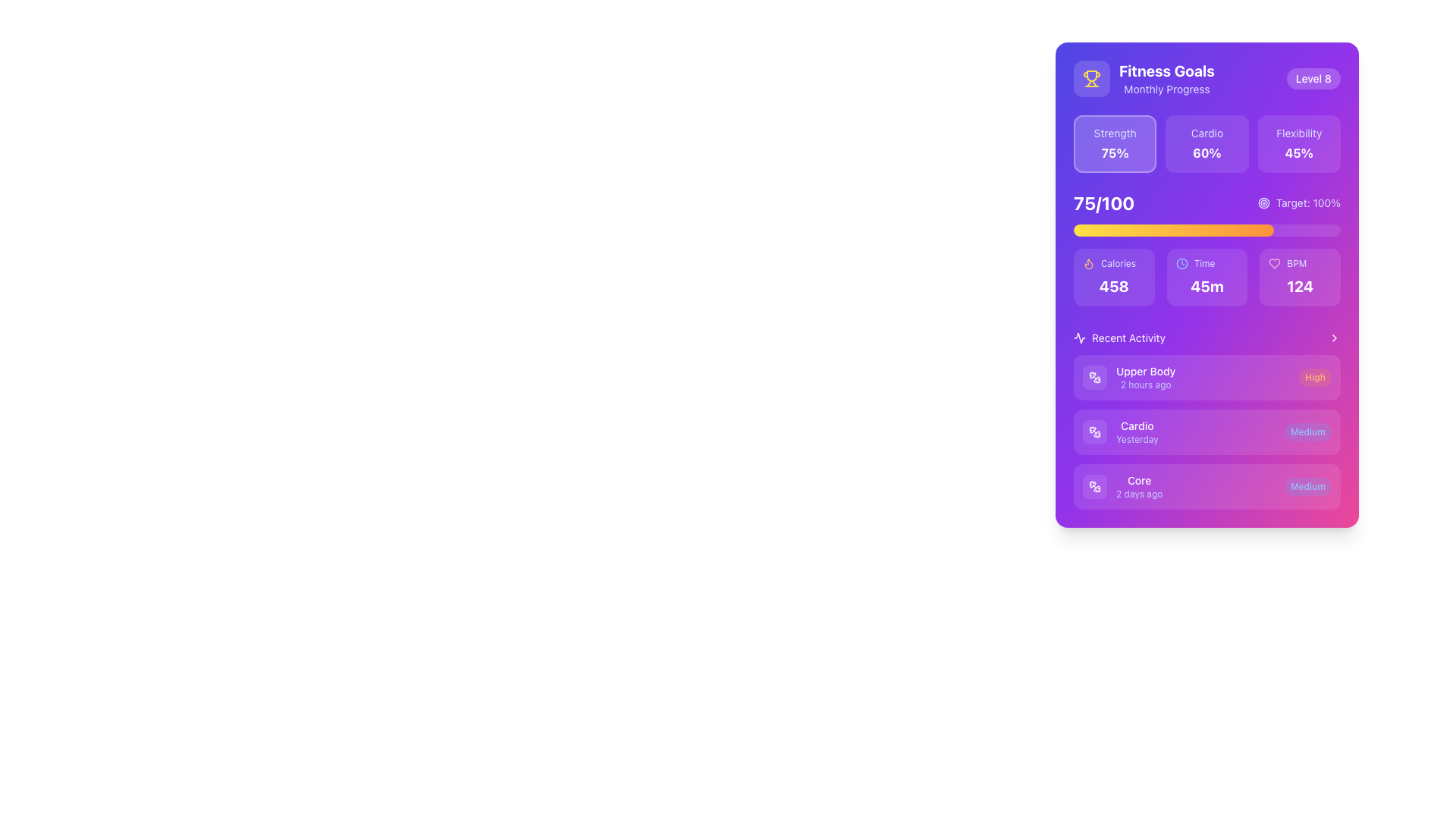  What do you see at coordinates (1298, 133) in the screenshot?
I see `text label located in the top-right section of the interface, which serves as a header indicating the type of data represented, positioned above the numeric value '45%'` at bounding box center [1298, 133].